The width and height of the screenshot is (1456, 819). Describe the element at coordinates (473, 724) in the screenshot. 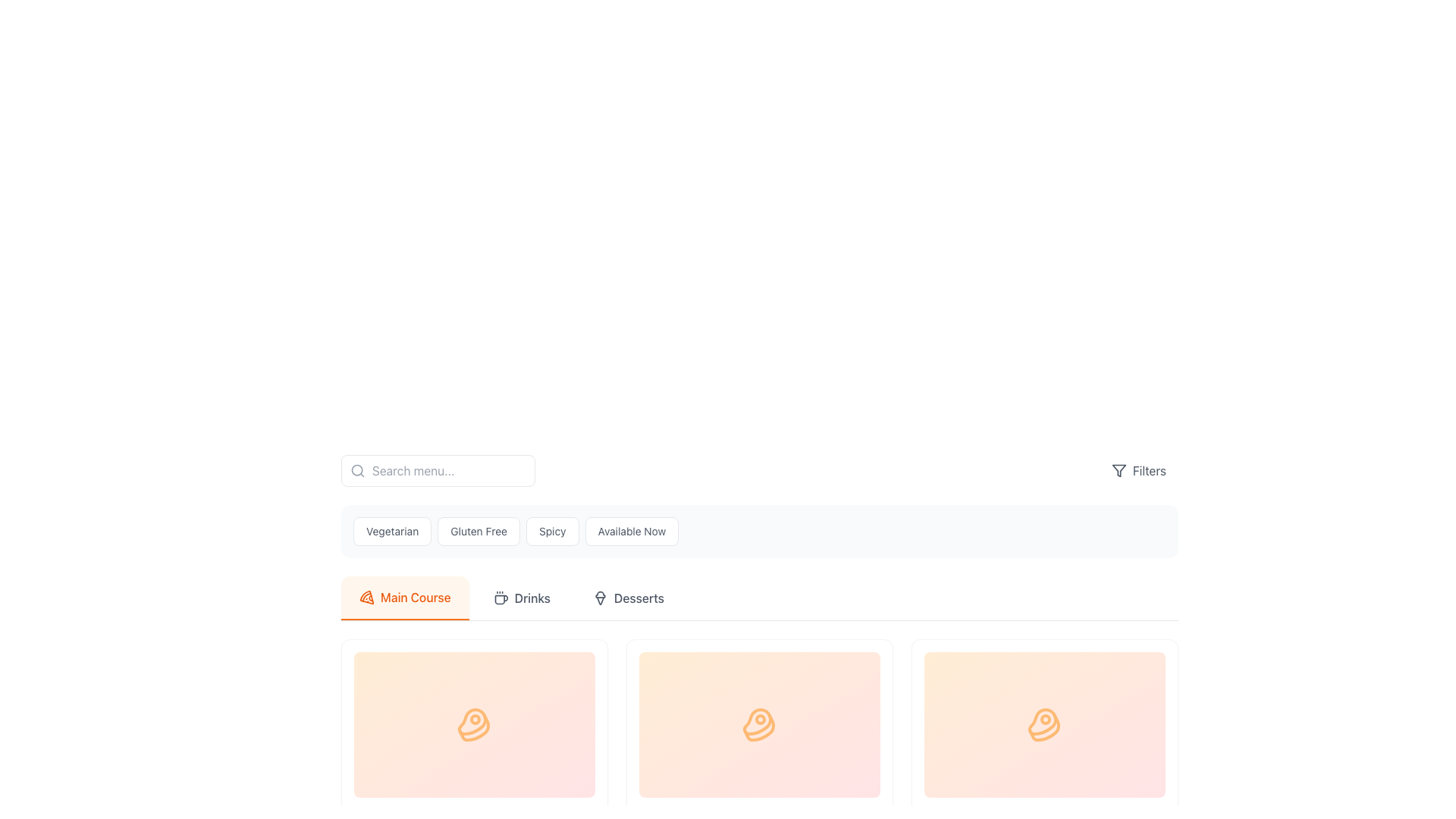

I see `the SVG icon styled as a steak graphic with orange outlines` at that location.